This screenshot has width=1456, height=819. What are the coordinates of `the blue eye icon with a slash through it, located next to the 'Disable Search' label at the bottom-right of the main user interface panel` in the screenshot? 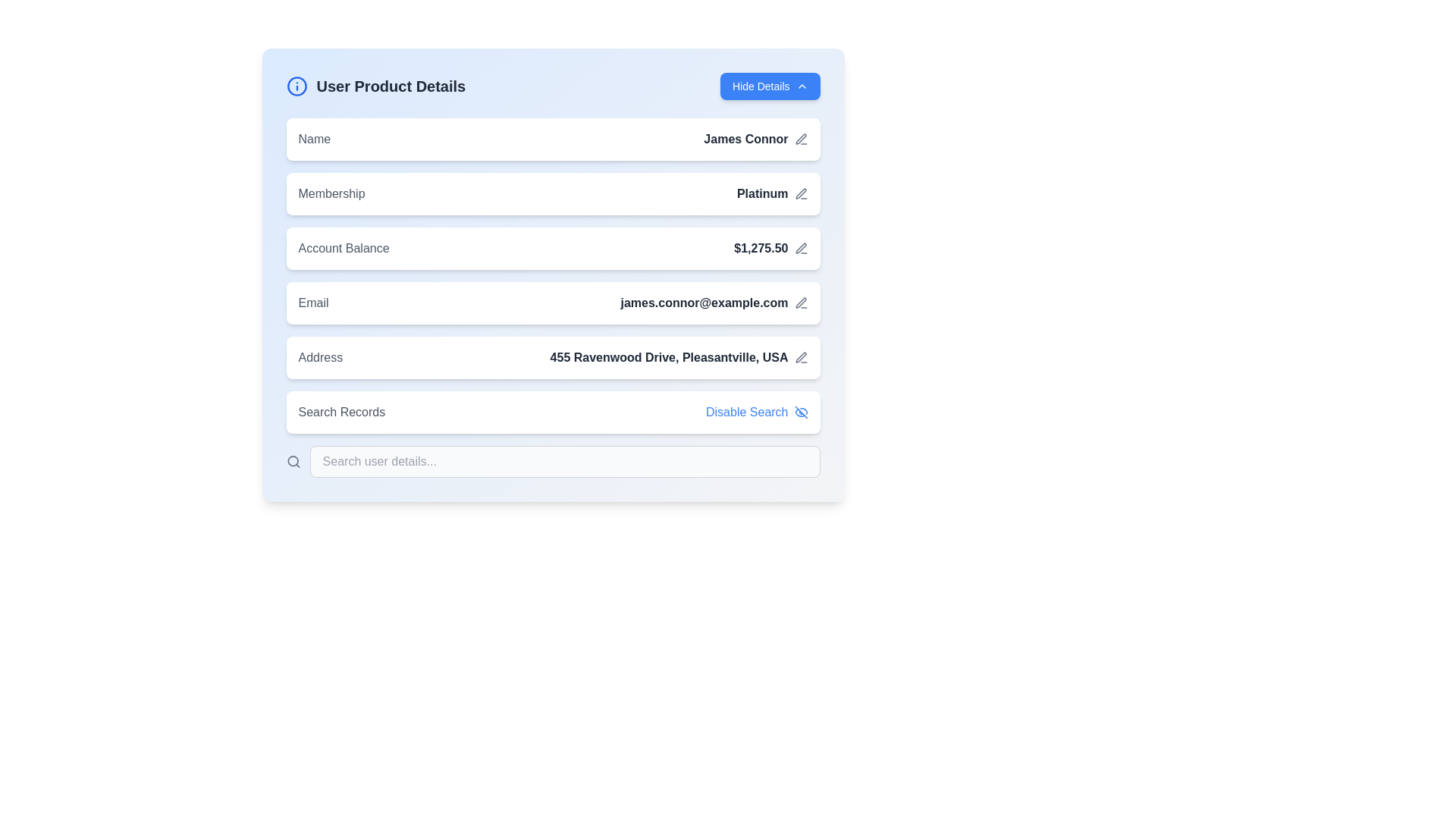 It's located at (800, 412).